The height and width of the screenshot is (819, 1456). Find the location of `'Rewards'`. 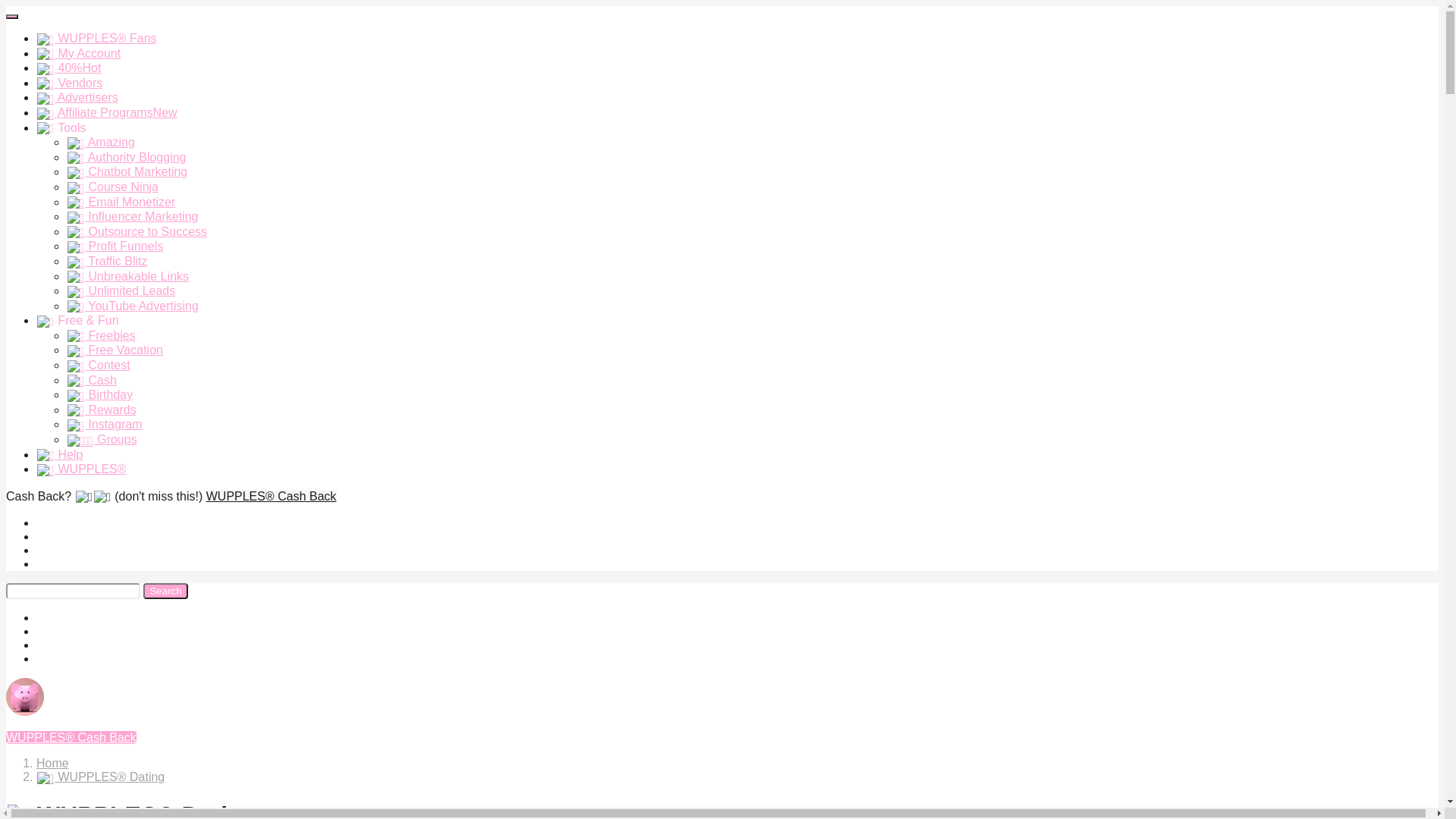

'Rewards' is located at coordinates (101, 409).